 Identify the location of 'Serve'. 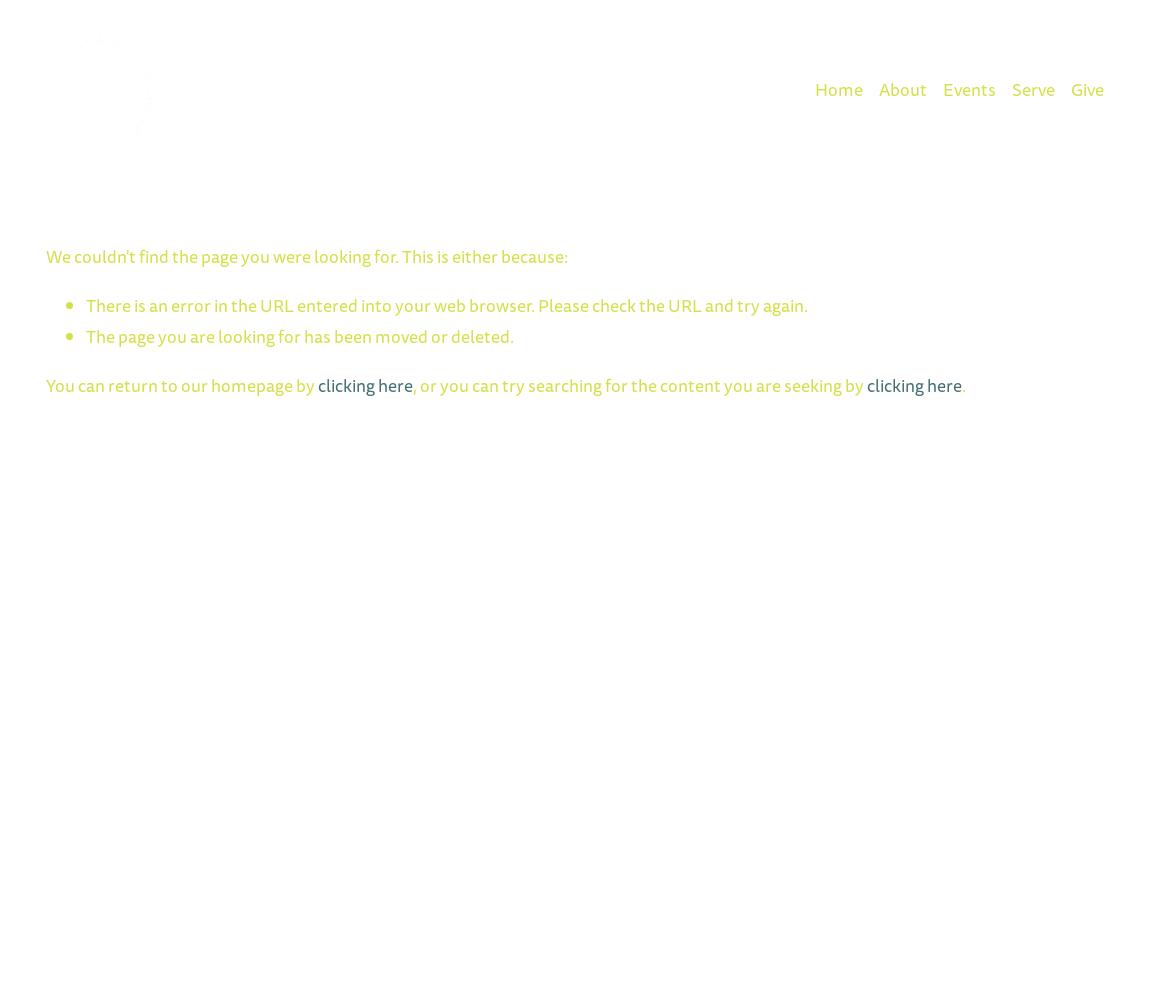
(1032, 87).